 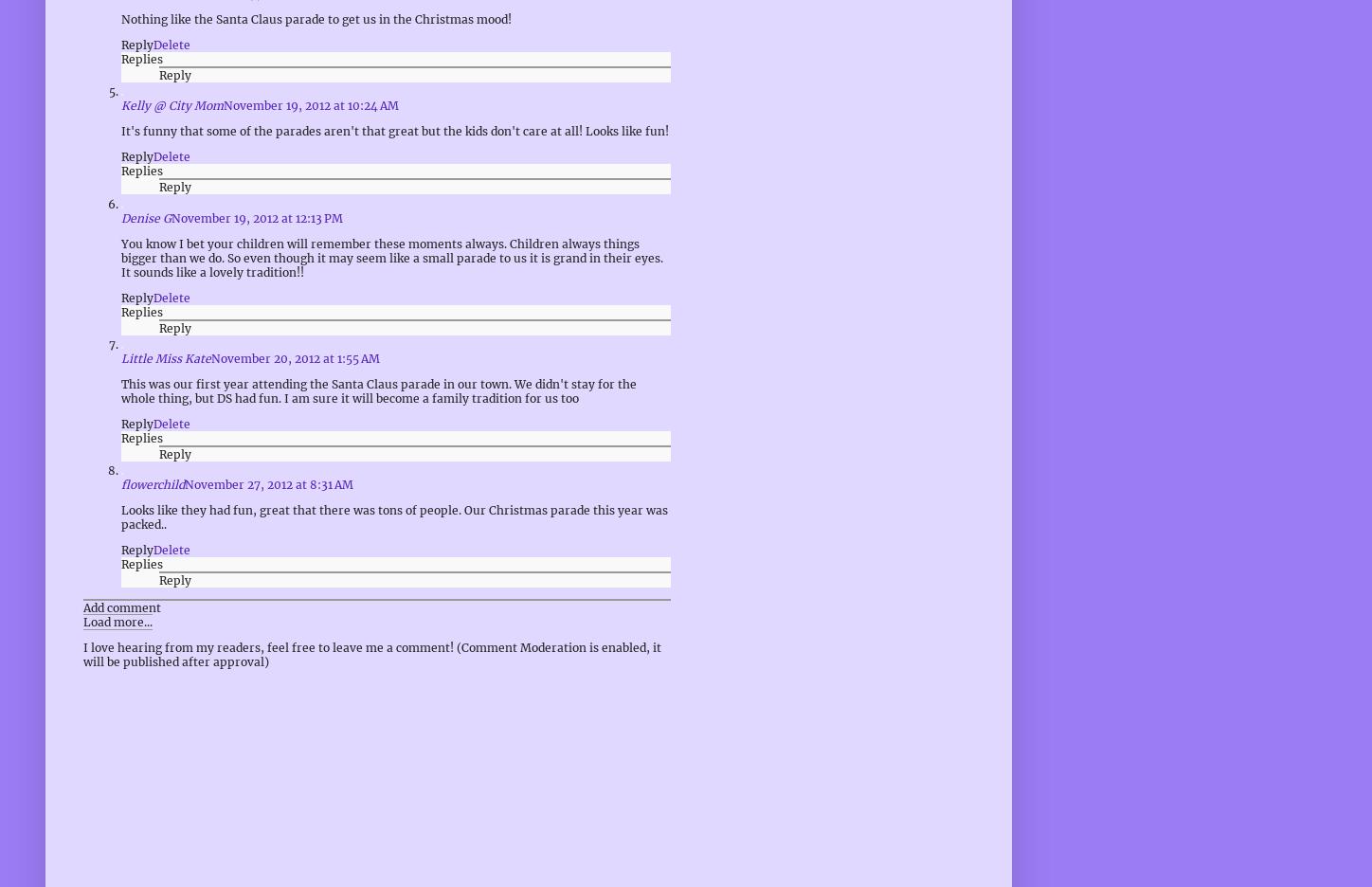 I want to click on 'November 19, 2012 at 12:13 PM', so click(x=257, y=217).